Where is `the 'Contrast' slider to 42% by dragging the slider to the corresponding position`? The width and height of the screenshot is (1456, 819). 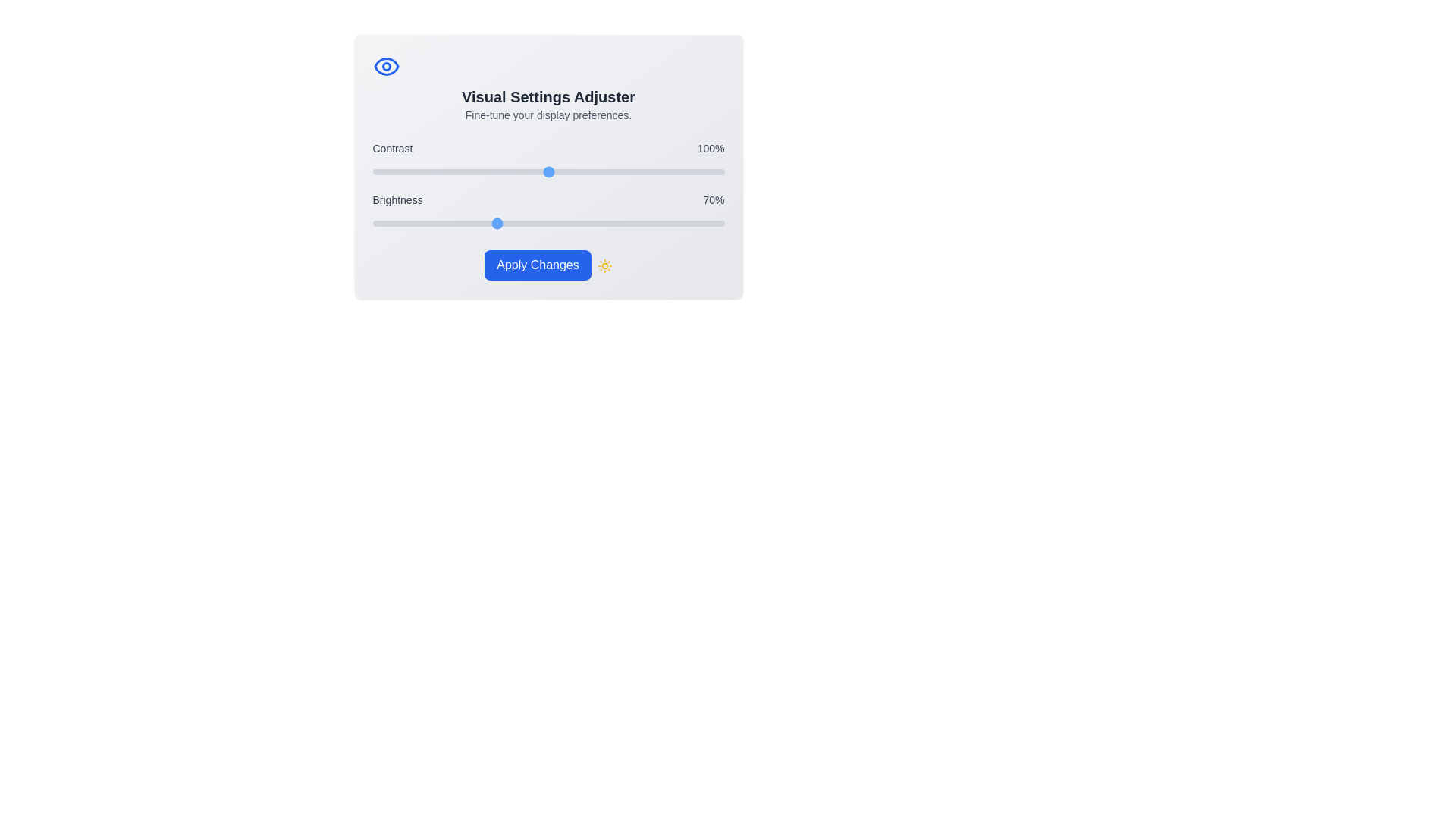 the 'Contrast' slider to 42% by dragging the slider to the corresponding position is located at coordinates (445, 171).